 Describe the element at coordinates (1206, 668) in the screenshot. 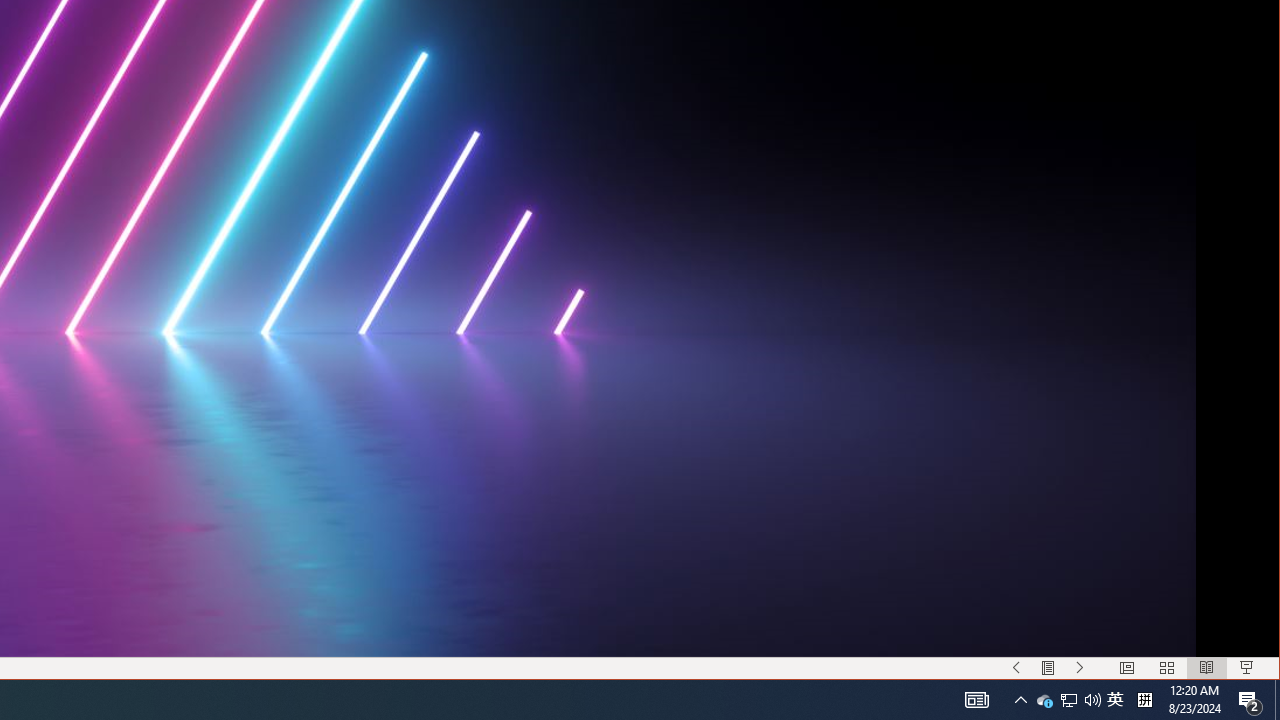

I see `'Reading View'` at that location.